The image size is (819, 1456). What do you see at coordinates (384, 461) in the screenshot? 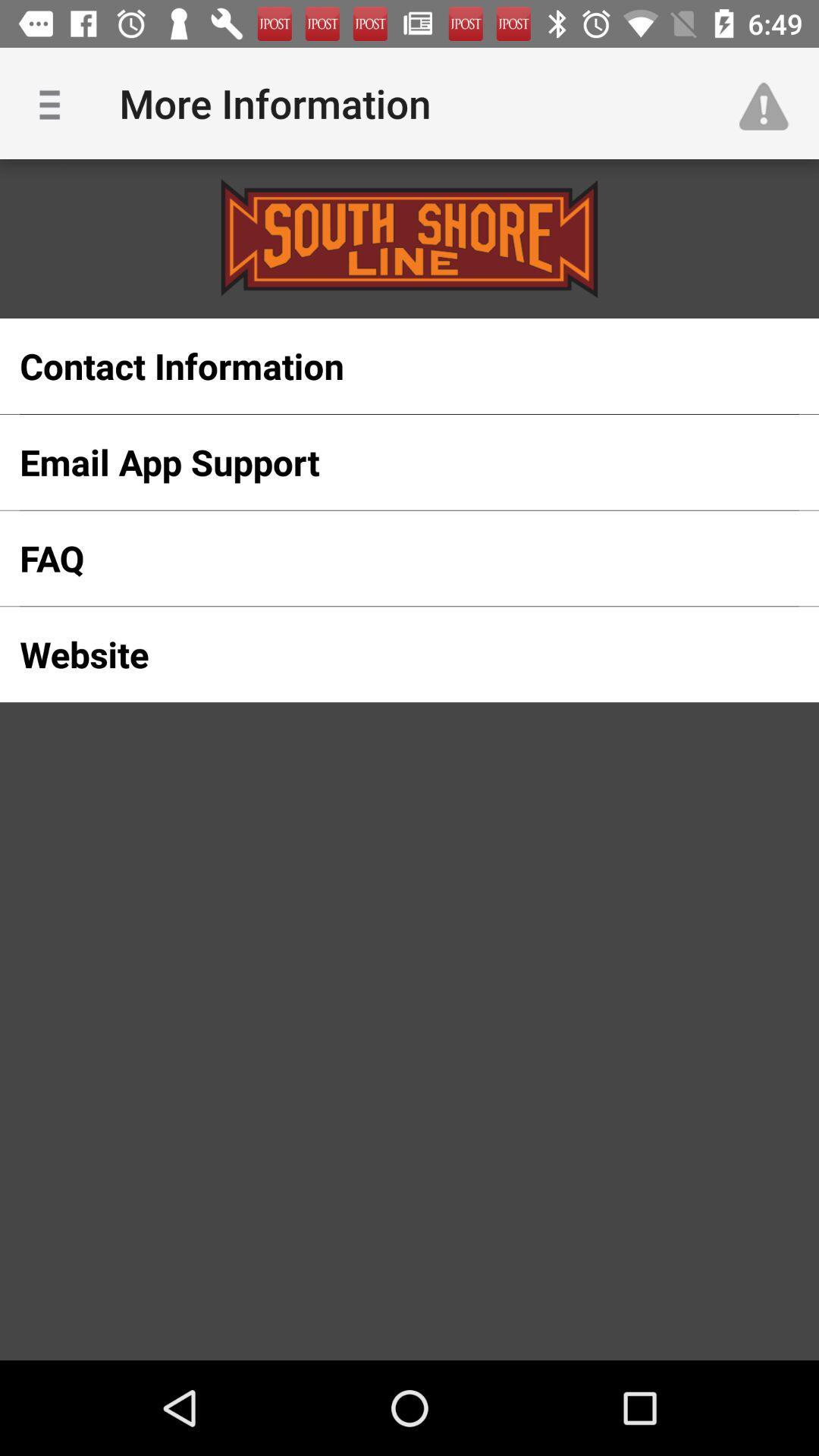
I see `icon below contact information icon` at bounding box center [384, 461].